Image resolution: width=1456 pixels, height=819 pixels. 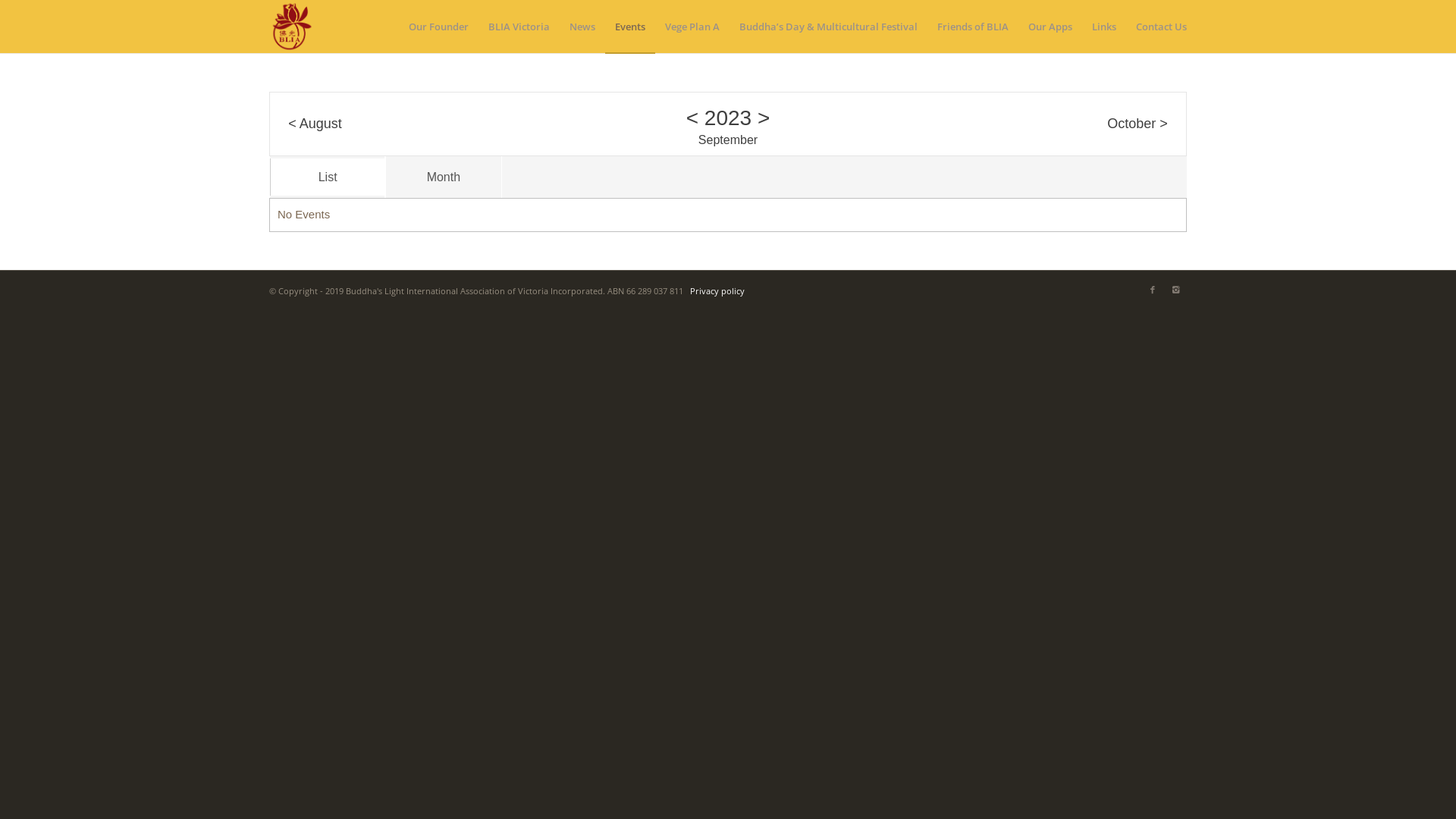 What do you see at coordinates (1153, 289) in the screenshot?
I see `'Facebook'` at bounding box center [1153, 289].